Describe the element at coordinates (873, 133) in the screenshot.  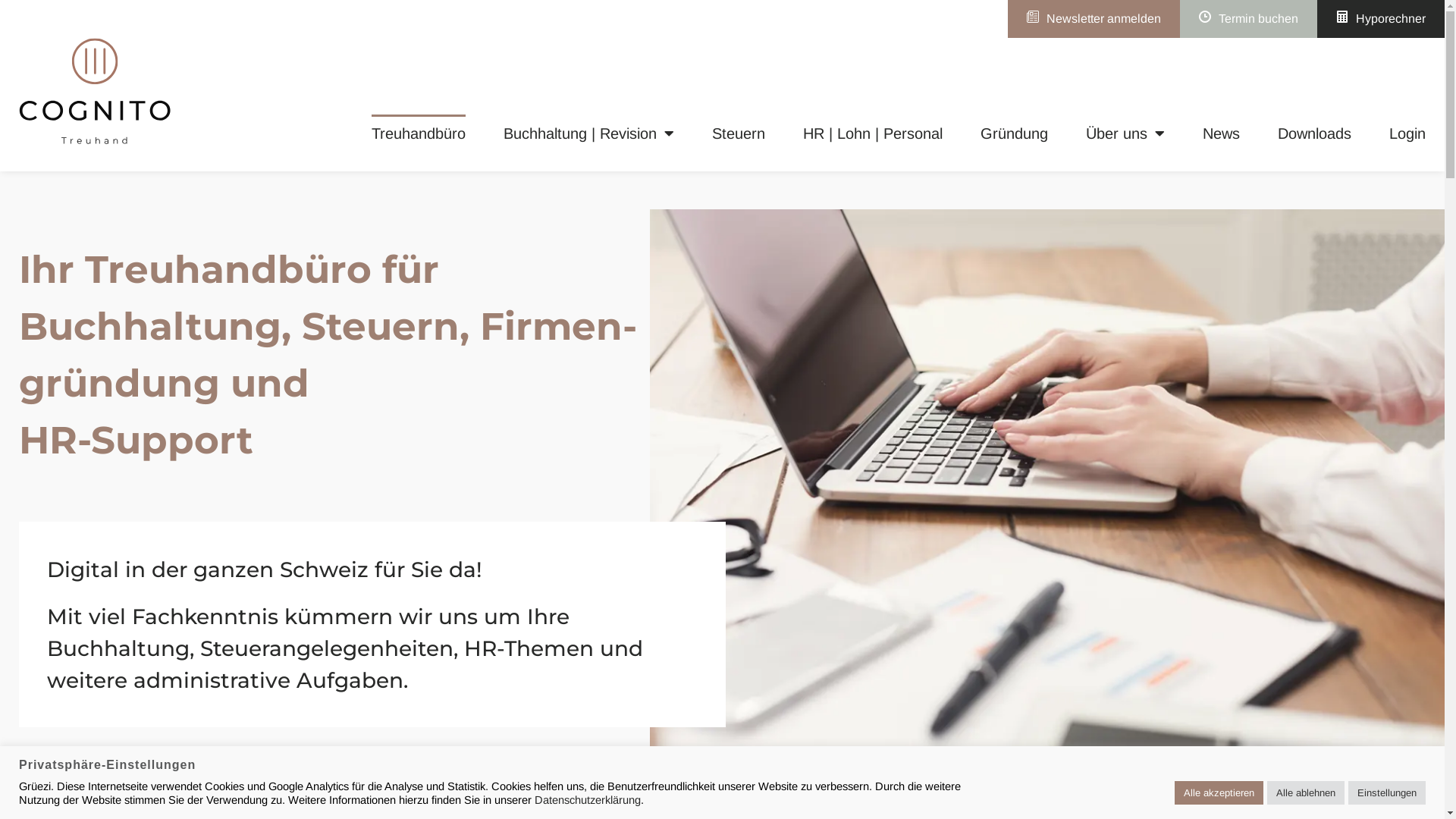
I see `'HR | Lohn | Personal'` at that location.